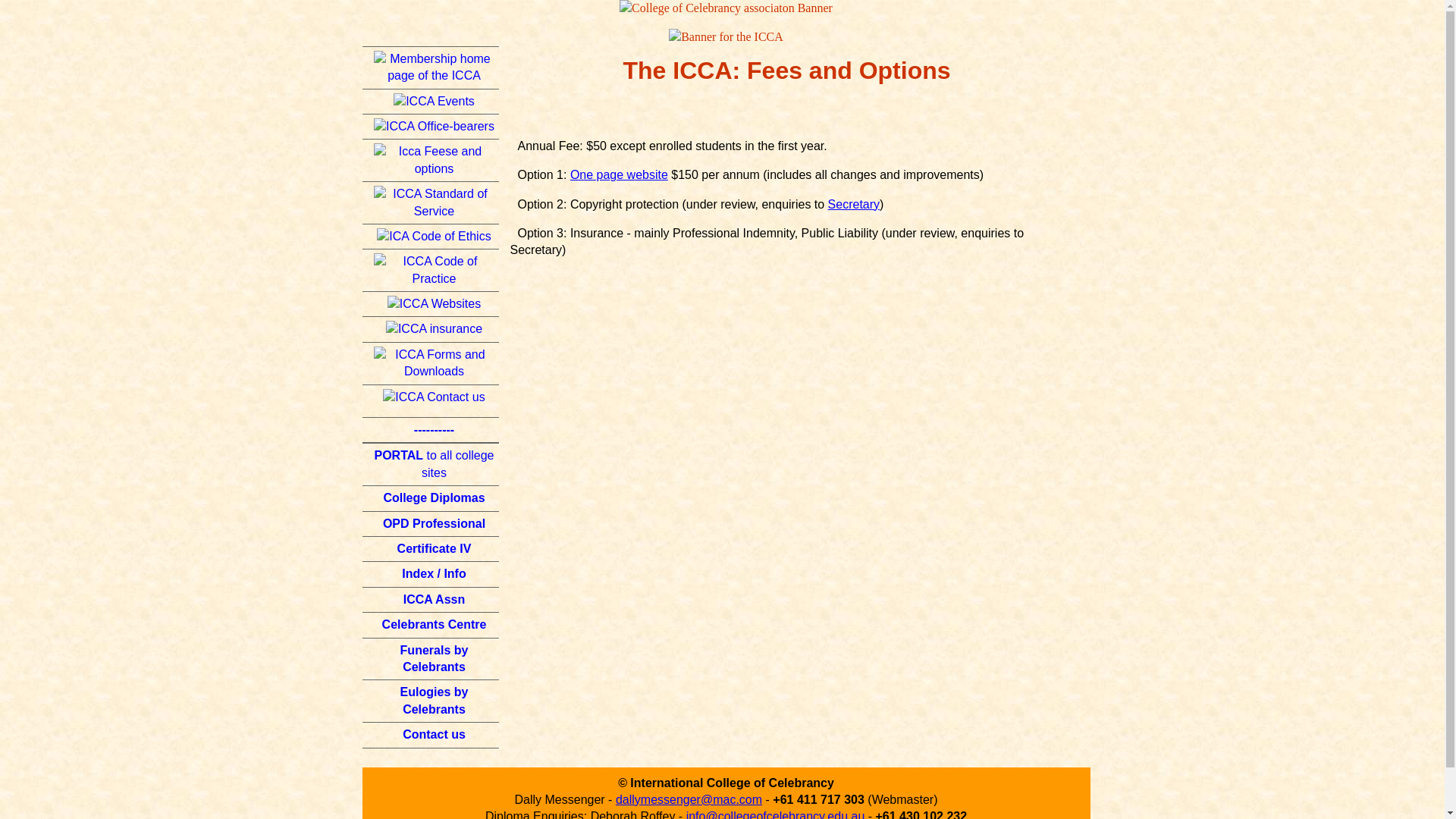 Image resolution: width=1456 pixels, height=819 pixels. I want to click on 'dallymessenger@mac.com', so click(688, 799).